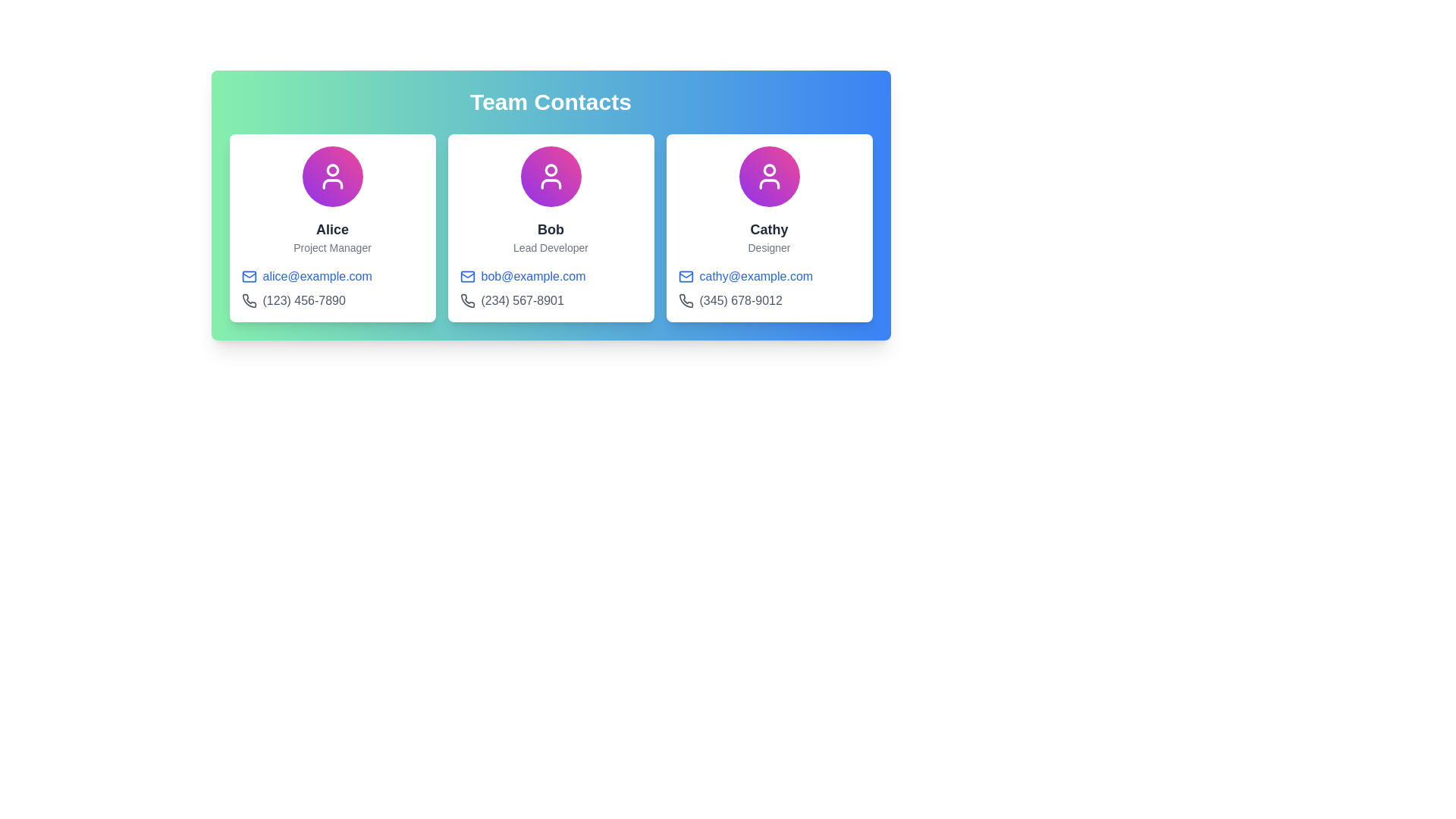 The height and width of the screenshot is (819, 1456). I want to click on the clickable text hyperlink displaying the email address 'alice@example.com' located in the first card under the 'Team Contacts' section, so click(316, 277).